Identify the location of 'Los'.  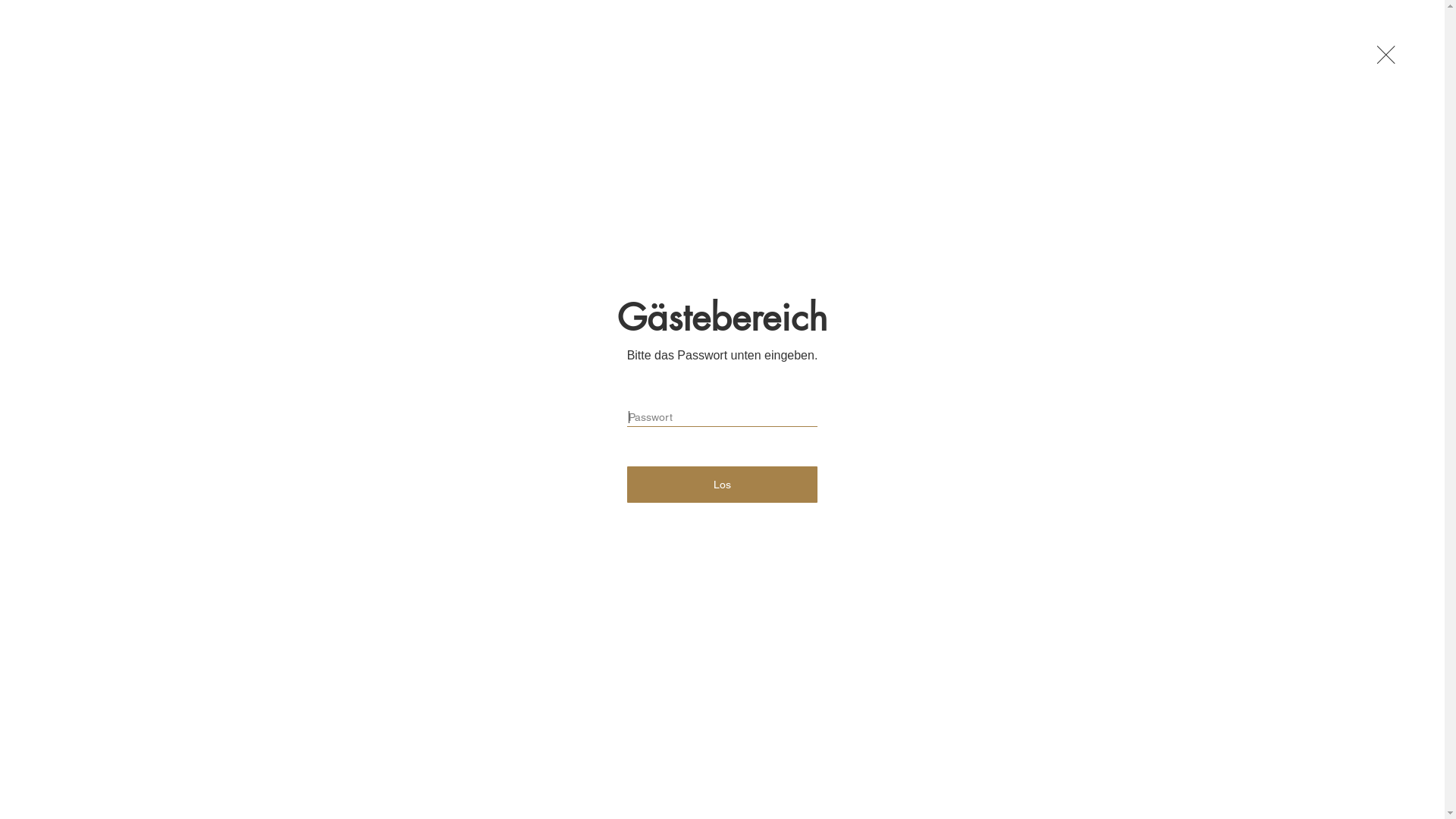
(722, 485).